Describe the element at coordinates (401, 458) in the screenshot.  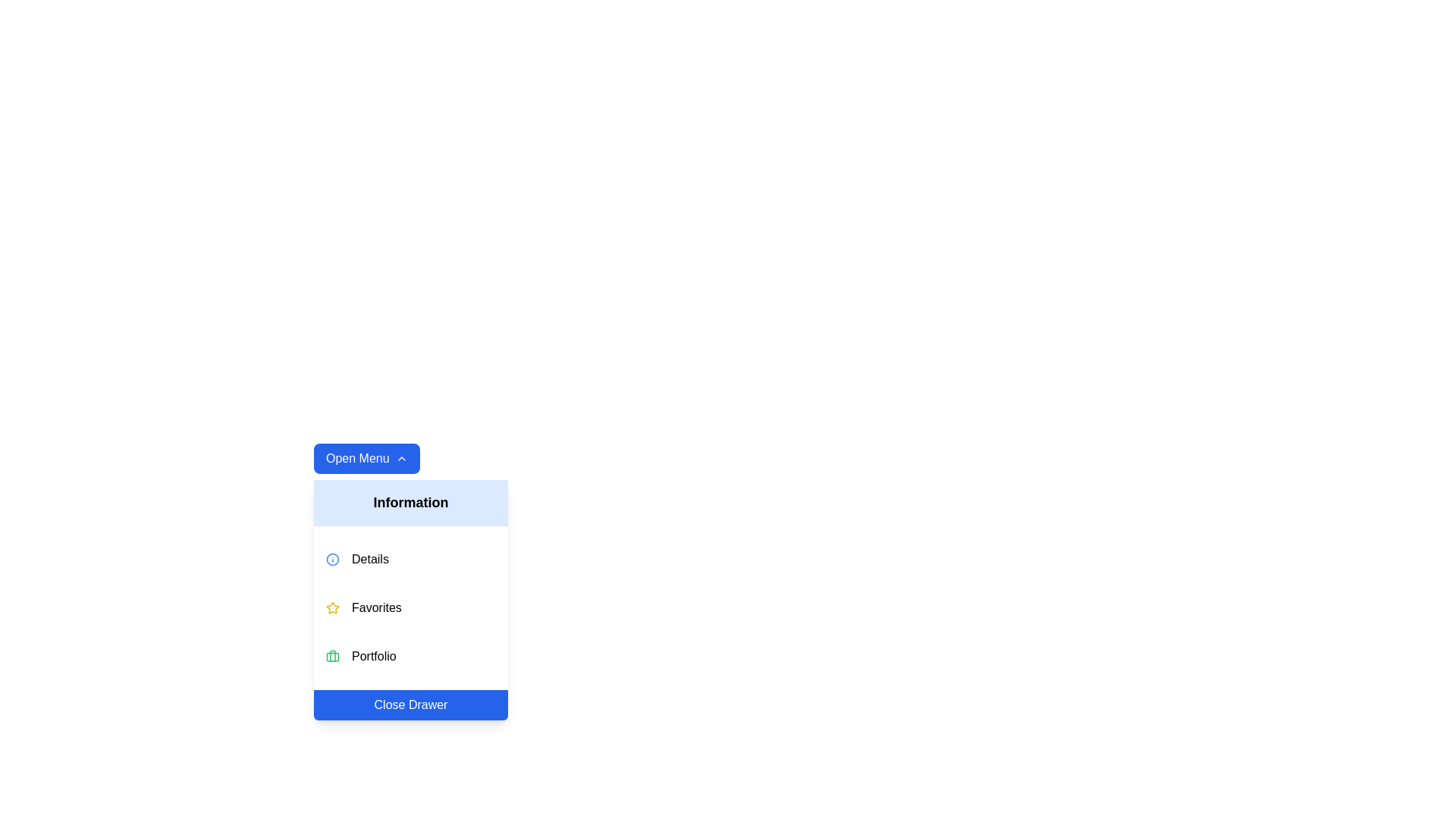
I see `the small upward-pointing chevron icon located within the 'Open Menu' button, which is styled with a thin line and rendered in white against a blue background` at that location.